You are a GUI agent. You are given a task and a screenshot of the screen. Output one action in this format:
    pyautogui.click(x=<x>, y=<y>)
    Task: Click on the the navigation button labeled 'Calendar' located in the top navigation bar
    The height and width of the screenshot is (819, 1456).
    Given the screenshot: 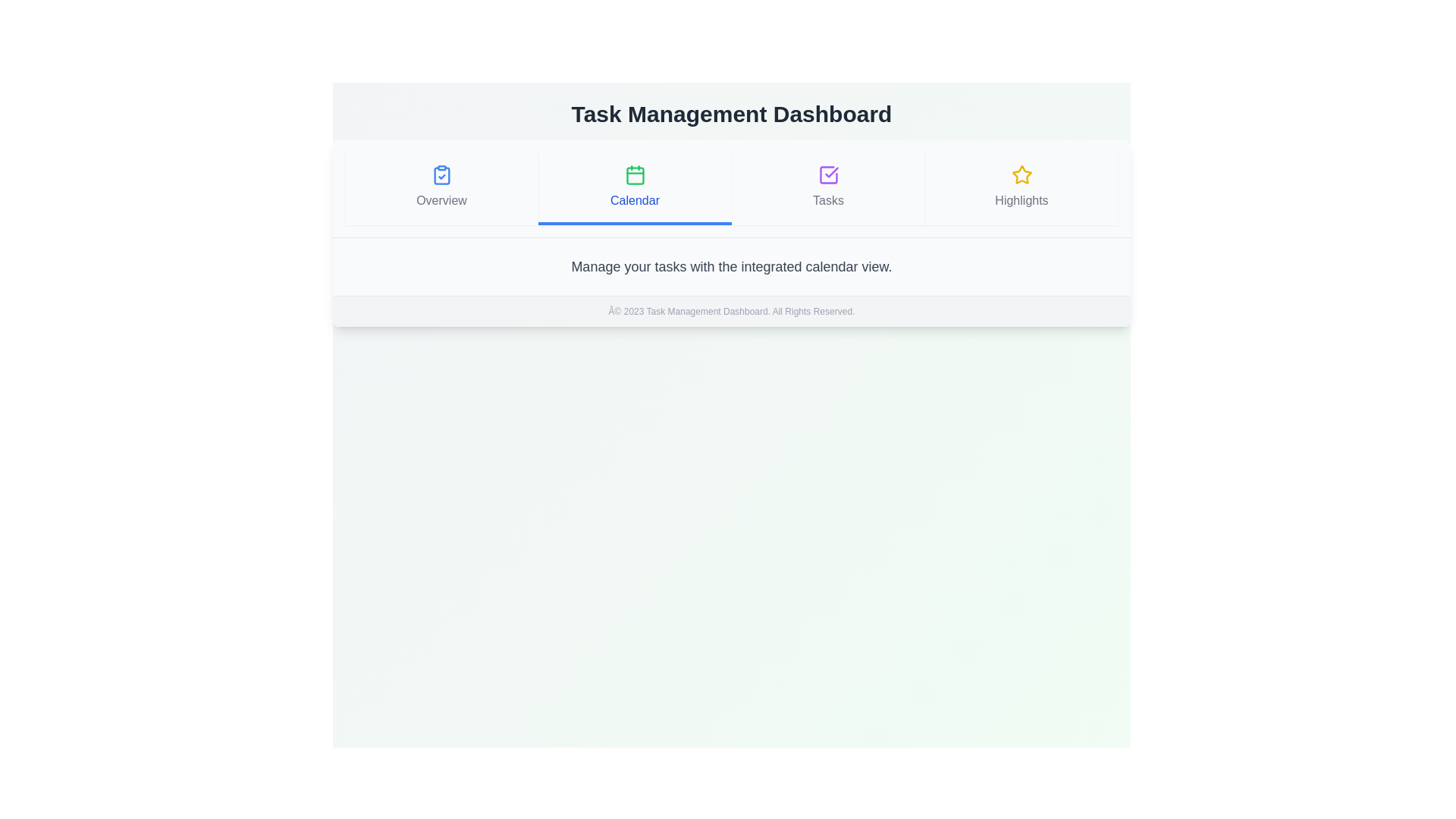 What is the action you would take?
    pyautogui.click(x=635, y=186)
    